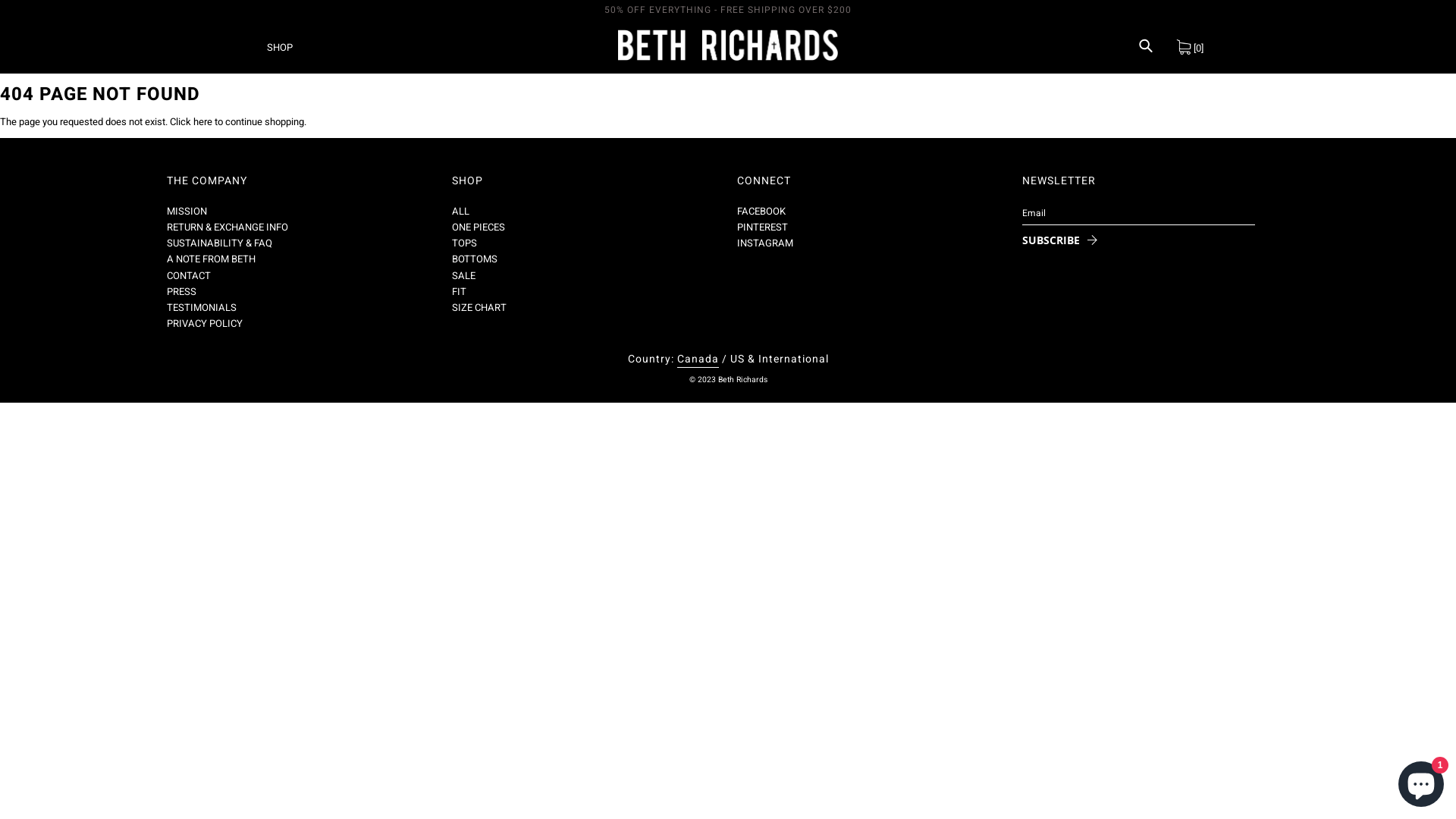 Image resolution: width=1456 pixels, height=819 pixels. What do you see at coordinates (186, 211) in the screenshot?
I see `'MISSION'` at bounding box center [186, 211].